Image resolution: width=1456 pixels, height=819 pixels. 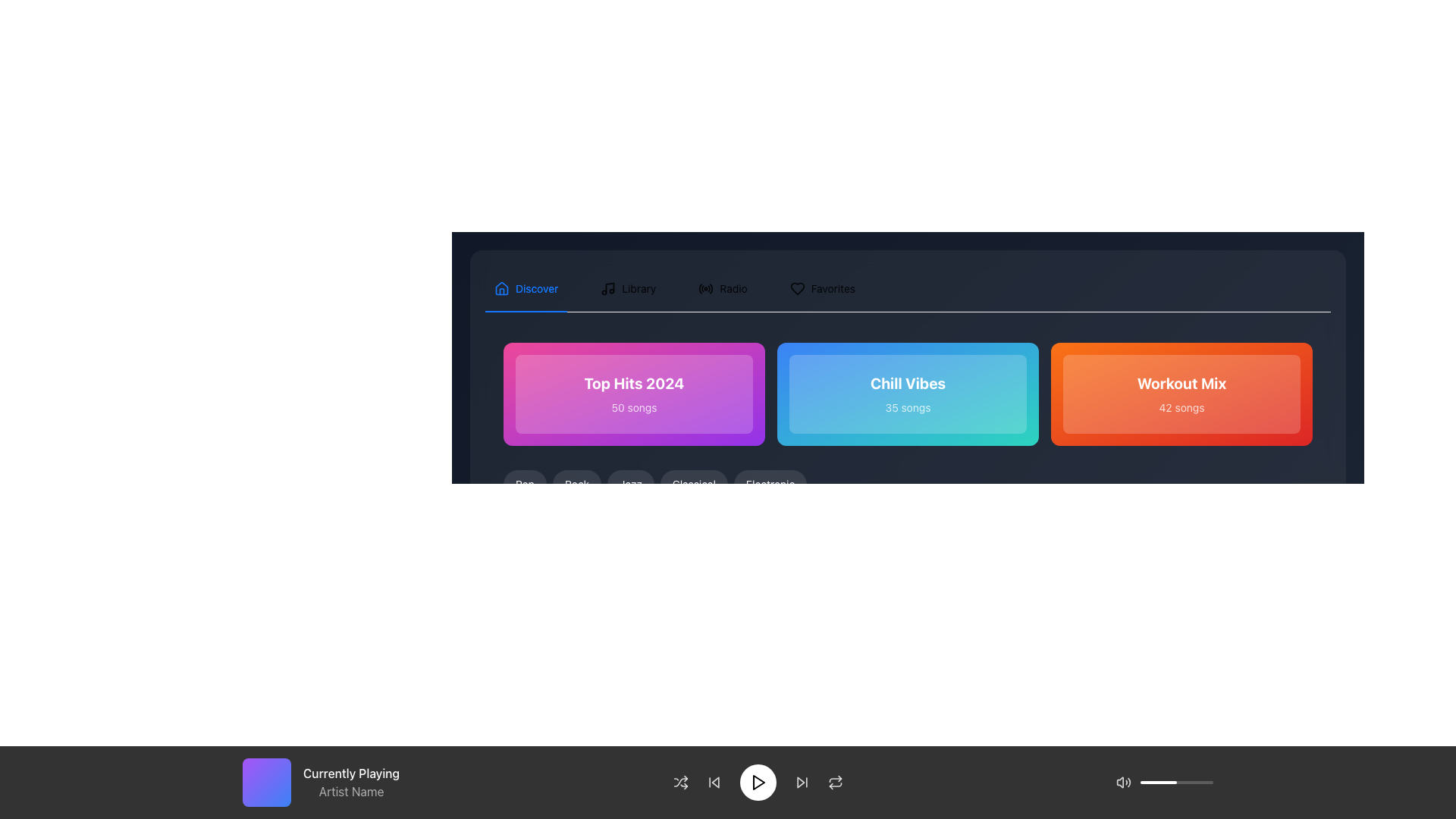 I want to click on the 'home' icon located in the top-left portion of the navigation menu bar, so click(x=502, y=289).